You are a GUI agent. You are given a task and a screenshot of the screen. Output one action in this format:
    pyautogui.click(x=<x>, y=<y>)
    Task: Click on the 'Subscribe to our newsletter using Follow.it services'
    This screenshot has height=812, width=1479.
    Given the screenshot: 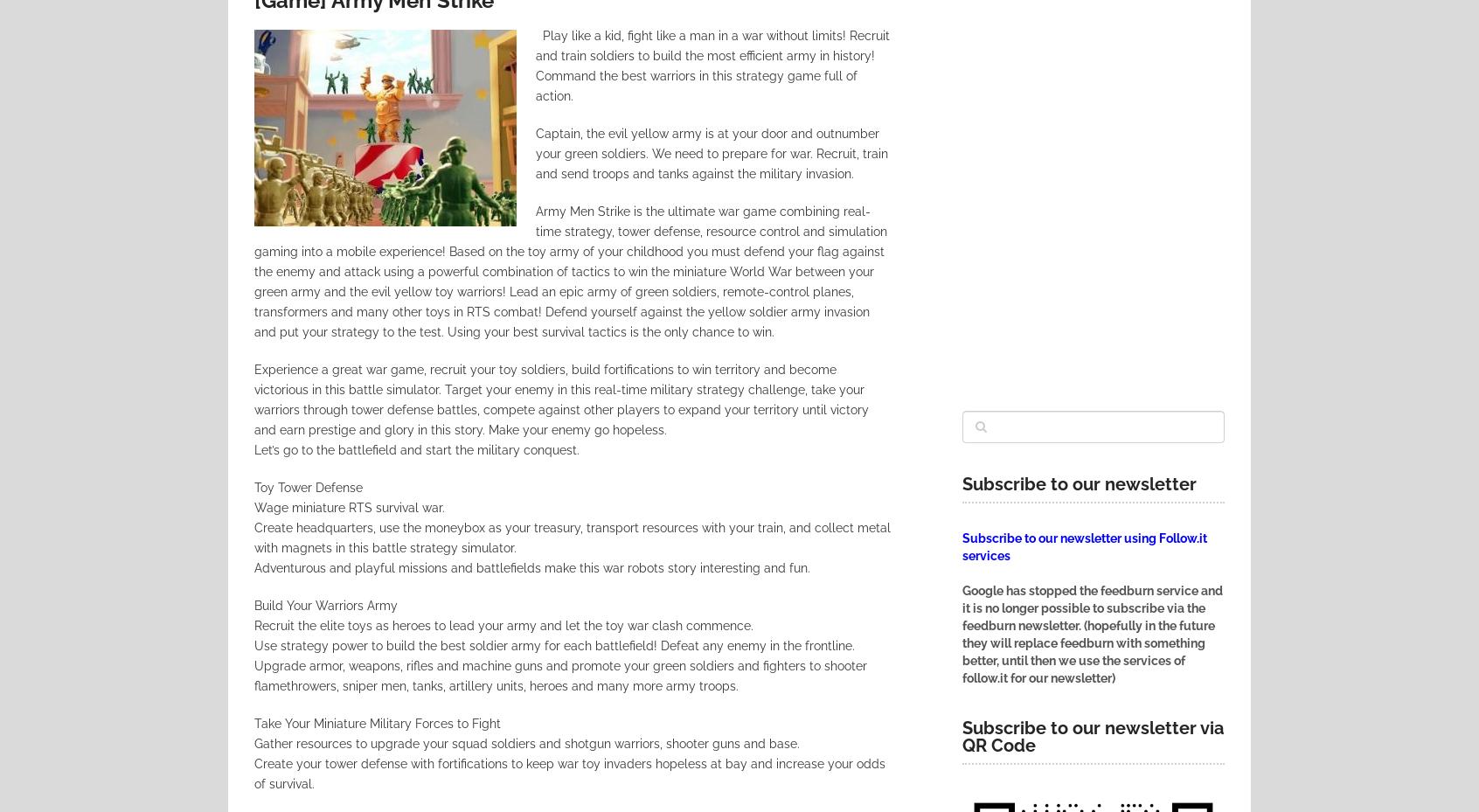 What is the action you would take?
    pyautogui.click(x=1085, y=545)
    